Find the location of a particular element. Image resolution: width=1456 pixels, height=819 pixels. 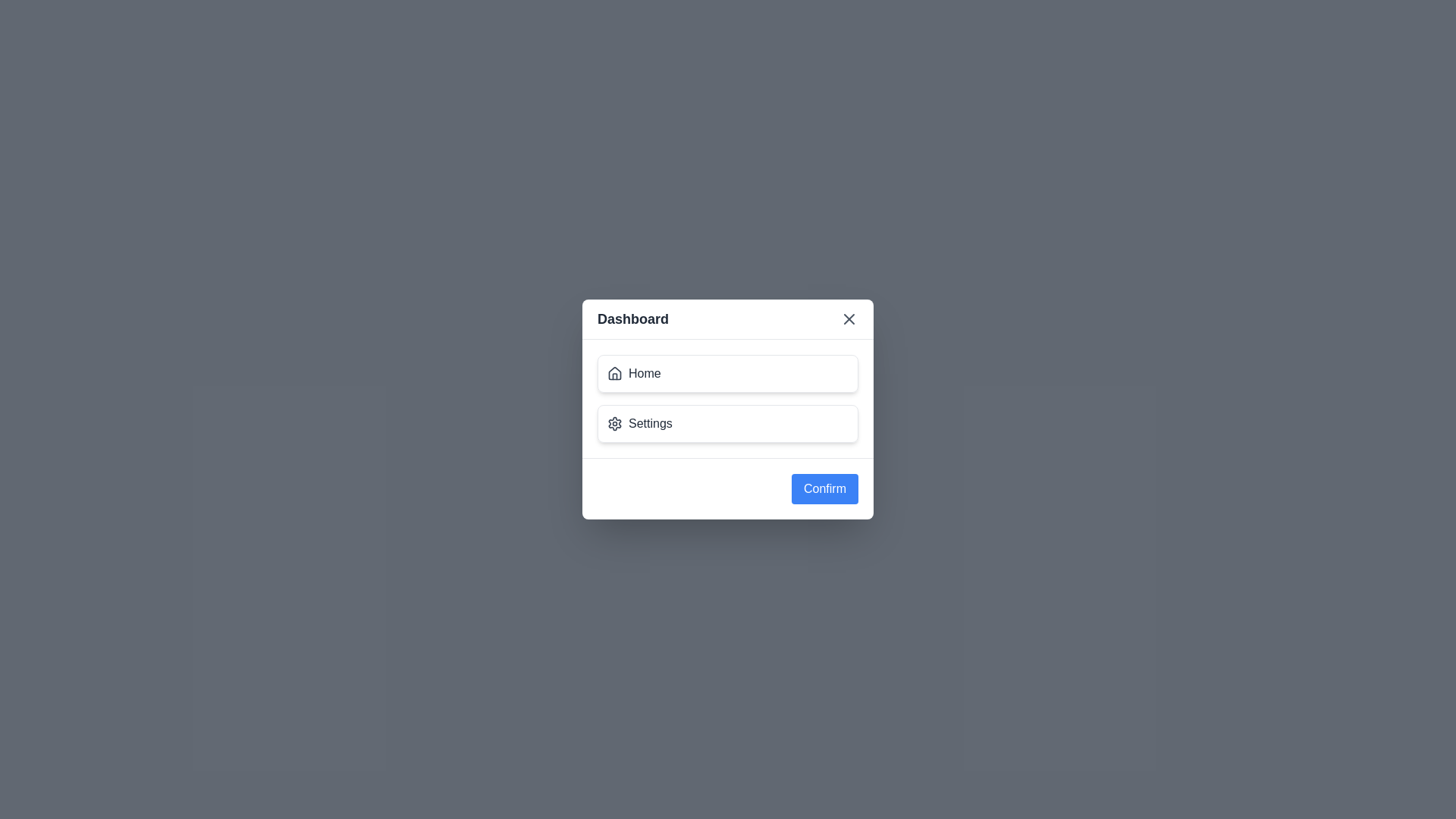

the close button (X icon) to close the dialog is located at coordinates (848, 318).